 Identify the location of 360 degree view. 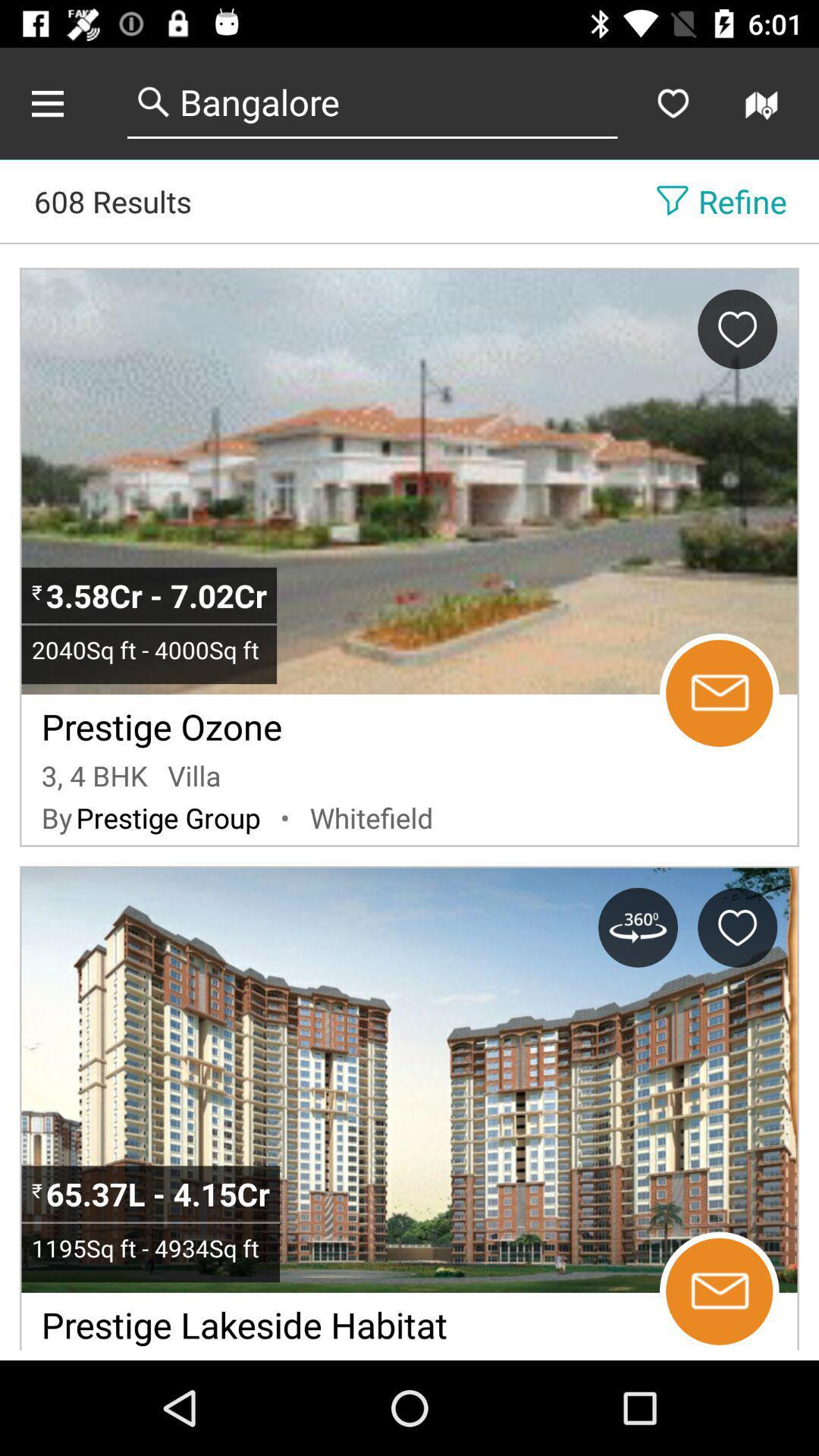
(638, 927).